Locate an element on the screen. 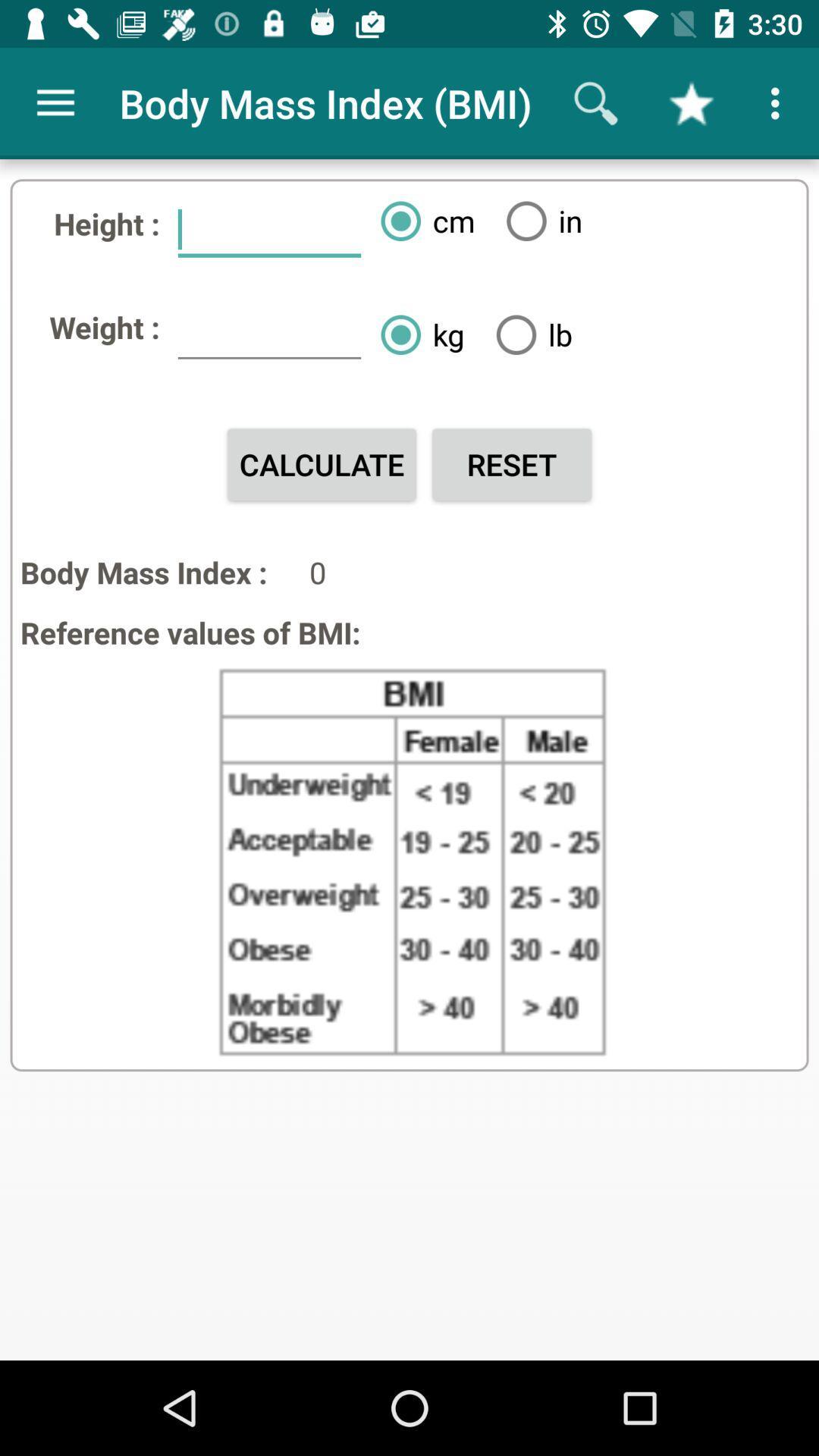 The image size is (819, 1456). the item next to height : icon is located at coordinates (268, 229).